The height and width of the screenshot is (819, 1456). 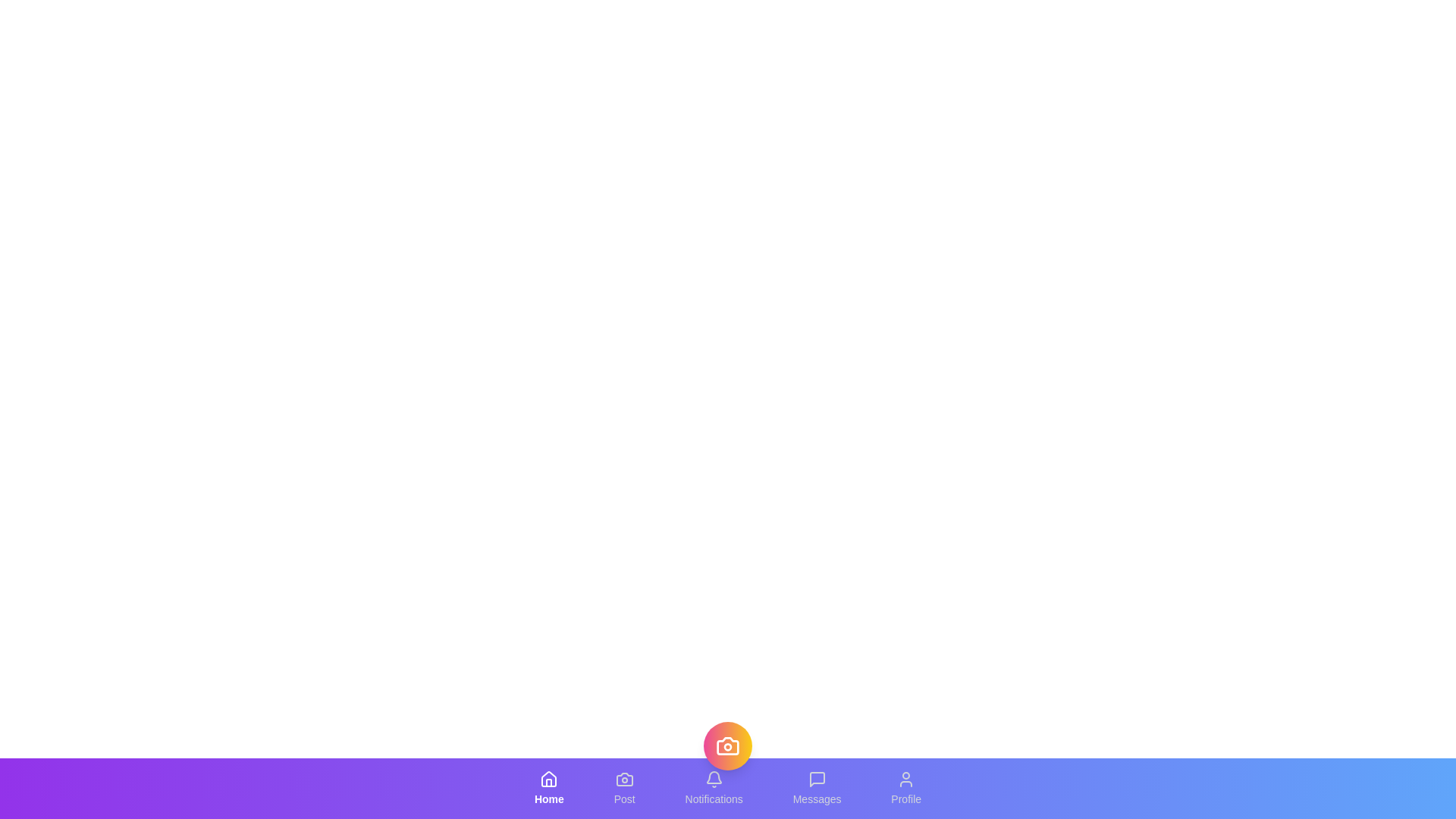 What do you see at coordinates (906, 788) in the screenshot?
I see `the Profile tab to switch to its section` at bounding box center [906, 788].